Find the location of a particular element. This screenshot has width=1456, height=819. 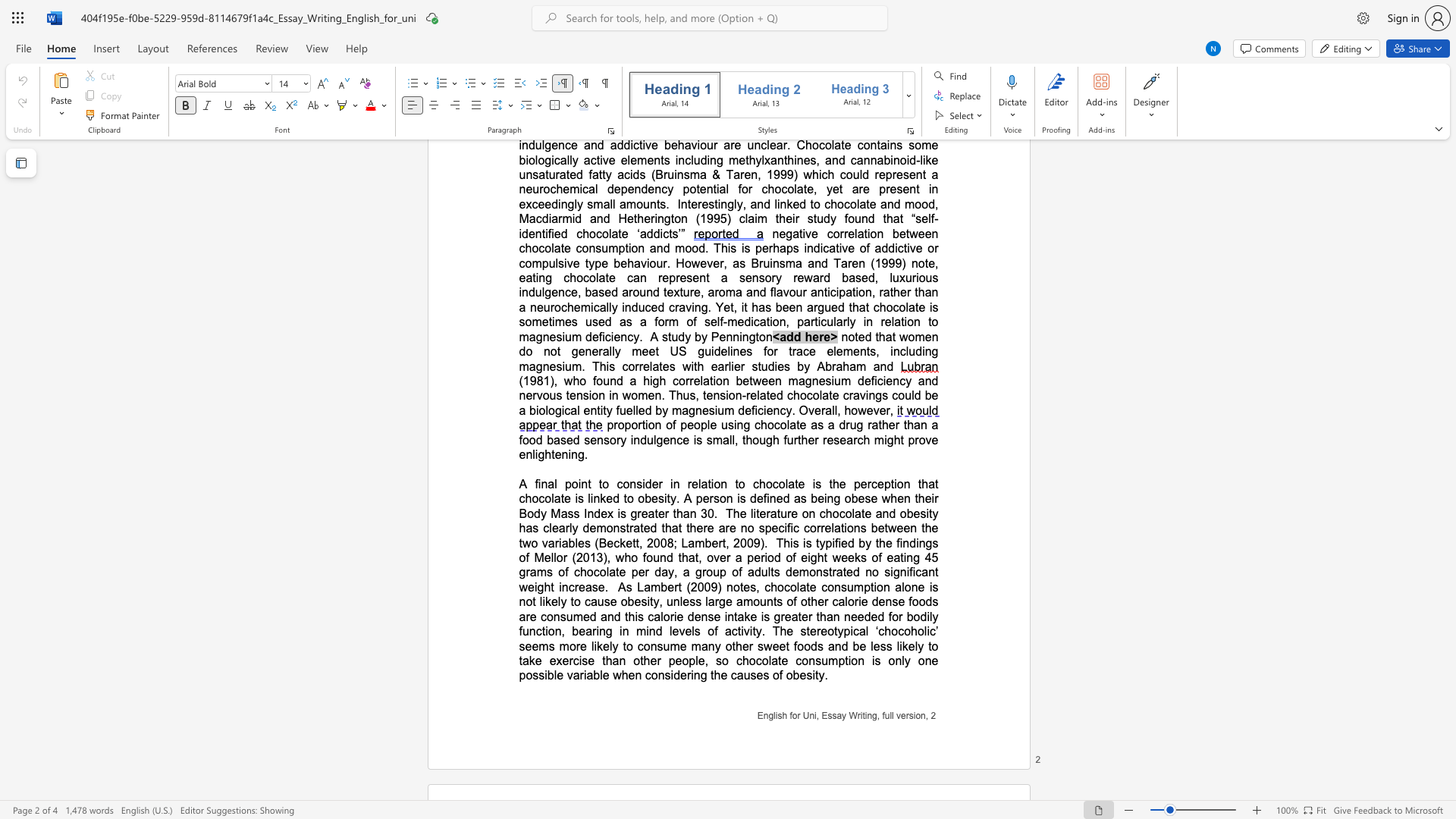

the subset text "sider in" within the text "to consider in relation to chocolate is the" is located at coordinates (636, 484).